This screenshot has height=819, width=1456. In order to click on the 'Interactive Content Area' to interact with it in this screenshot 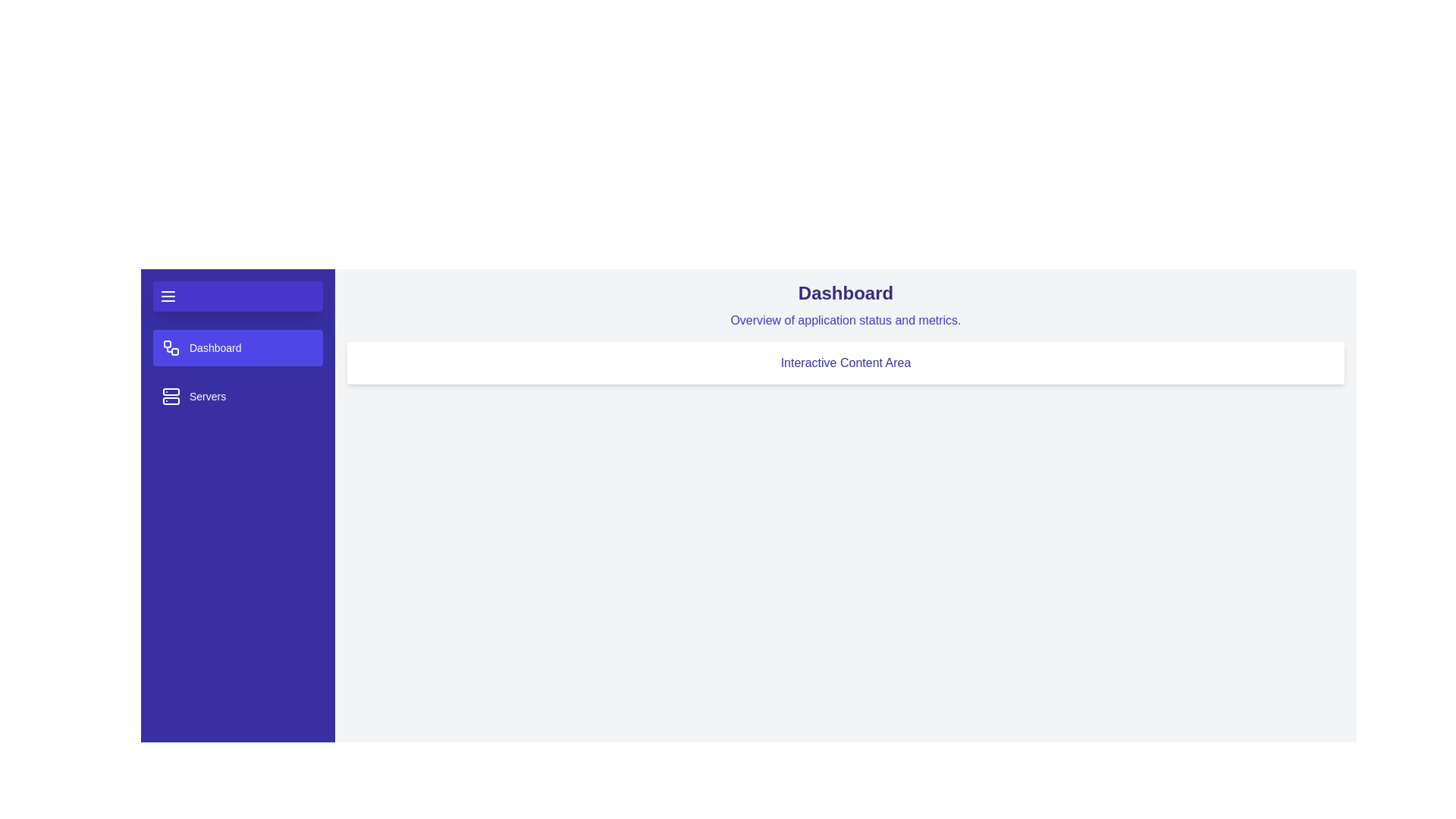, I will do `click(844, 362)`.